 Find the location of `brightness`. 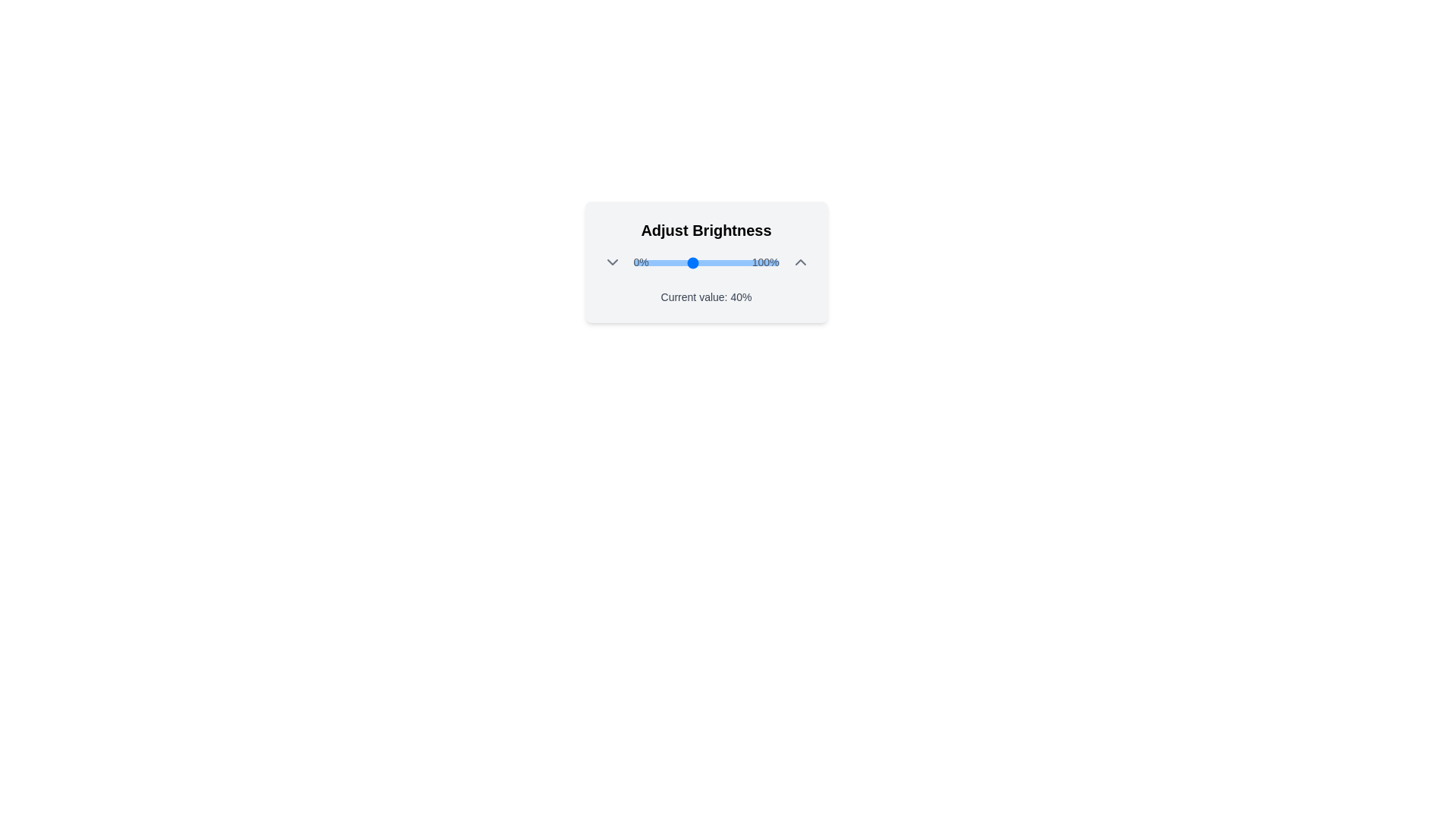

brightness is located at coordinates (735, 262).